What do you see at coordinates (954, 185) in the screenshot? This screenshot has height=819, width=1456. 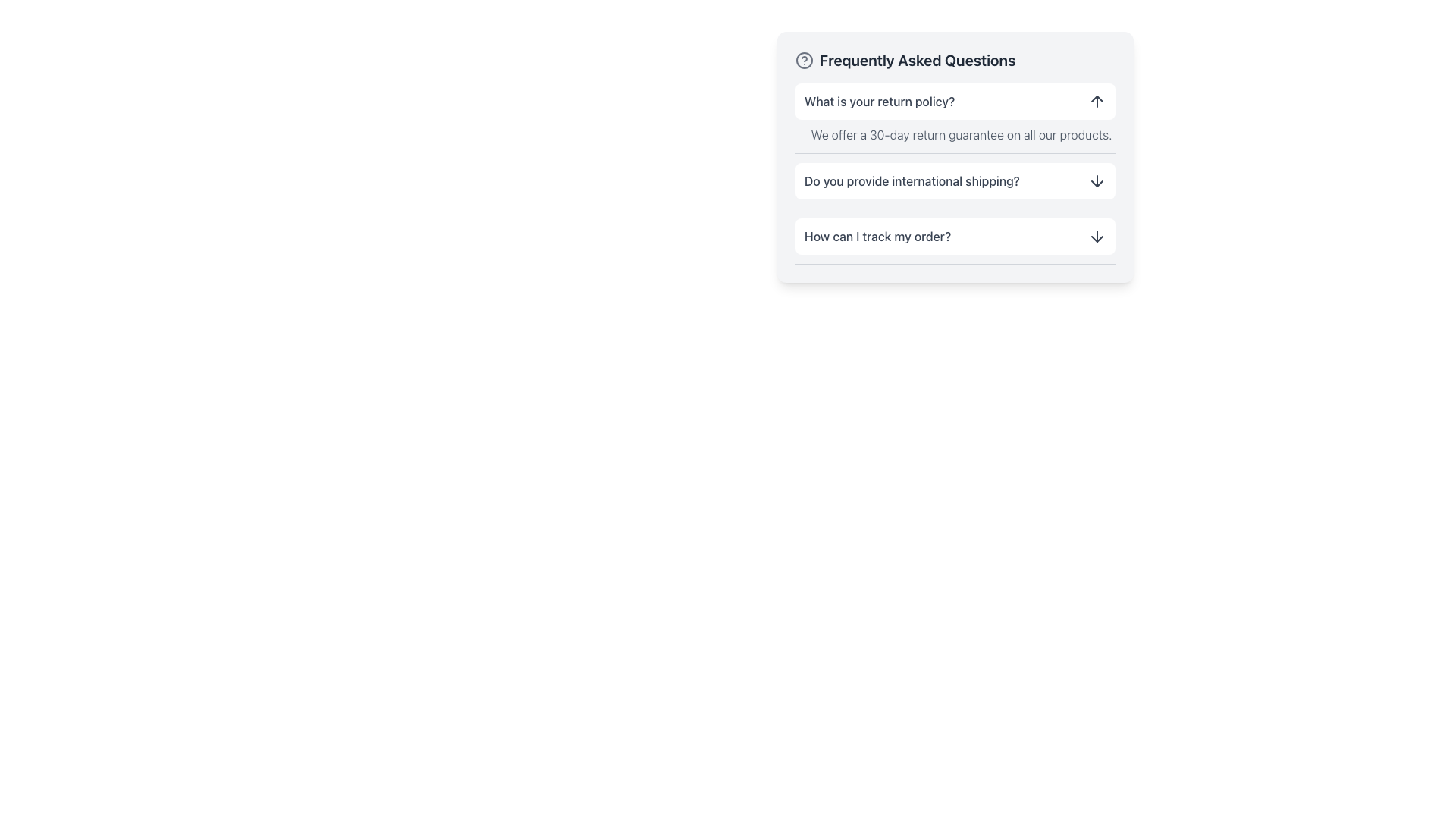 I see `the second question in the FAQ list, which is an interactive text with an expandable toggle indicator, to potentially trigger a visual highlight or tooltip` at bounding box center [954, 185].